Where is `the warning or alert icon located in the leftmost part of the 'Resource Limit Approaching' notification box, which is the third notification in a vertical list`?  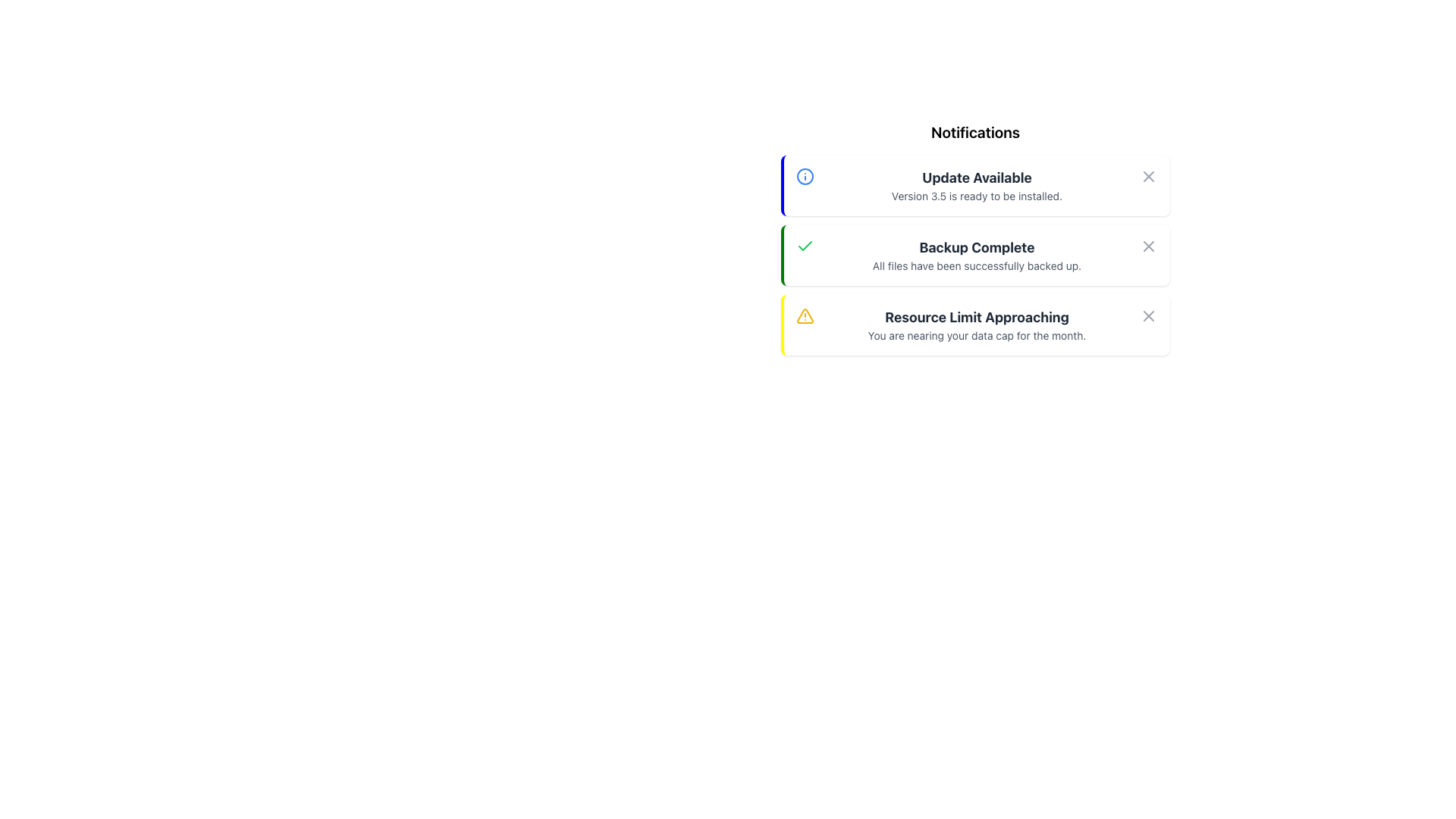 the warning or alert icon located in the leftmost part of the 'Resource Limit Approaching' notification box, which is the third notification in a vertical list is located at coordinates (804, 315).